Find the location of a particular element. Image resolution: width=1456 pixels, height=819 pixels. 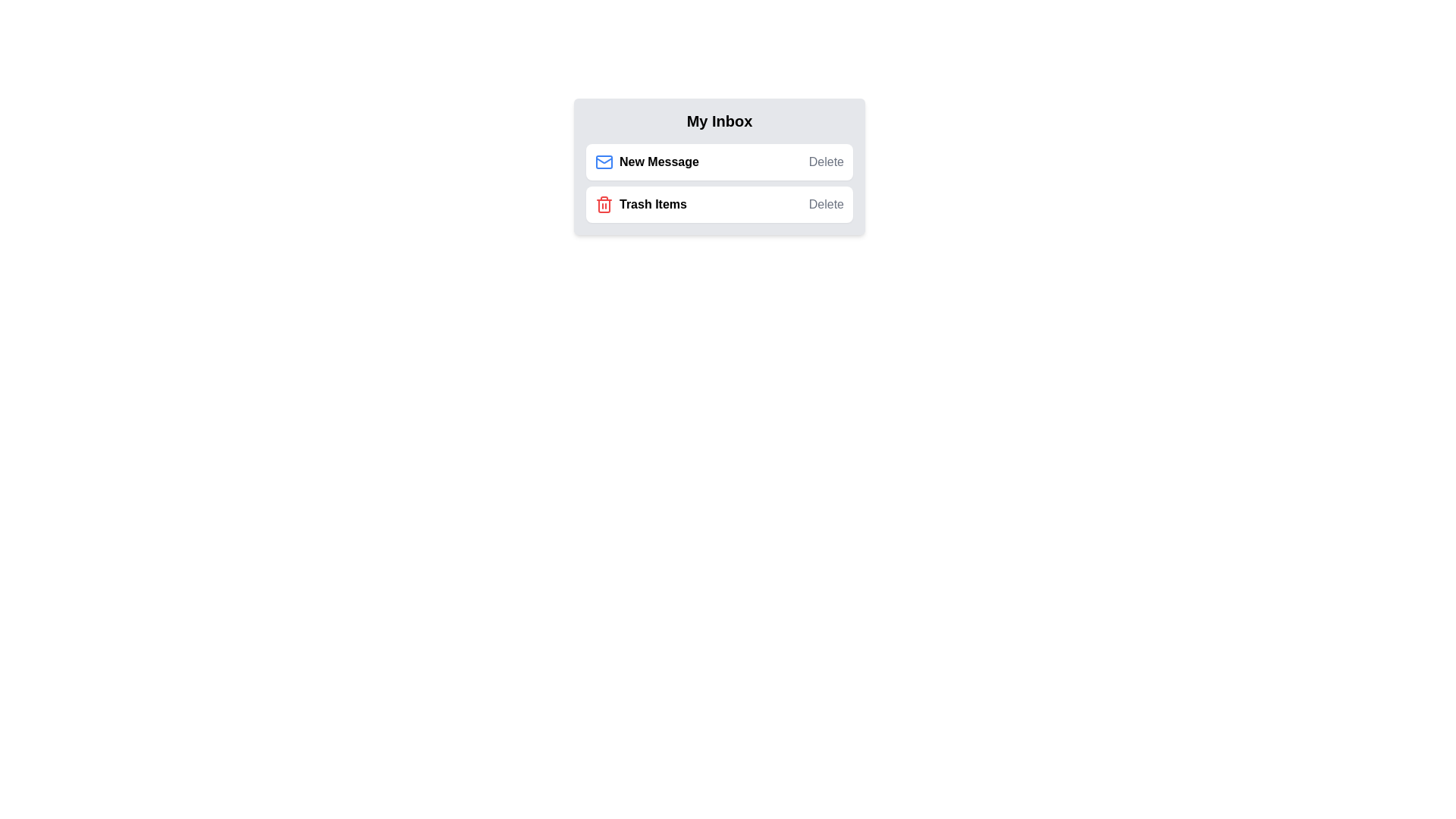

the text Trash Items to perform its associated action is located at coordinates (640, 205).